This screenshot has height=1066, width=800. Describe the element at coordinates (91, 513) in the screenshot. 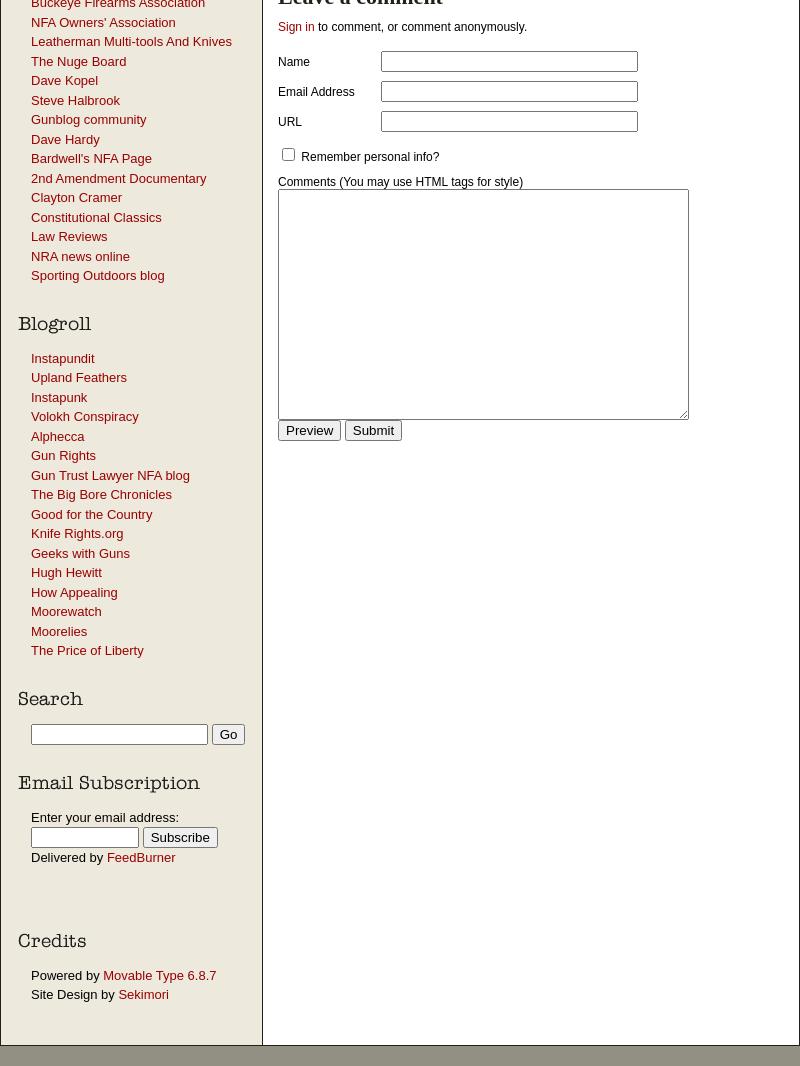

I see `'Good for the Country'` at that location.